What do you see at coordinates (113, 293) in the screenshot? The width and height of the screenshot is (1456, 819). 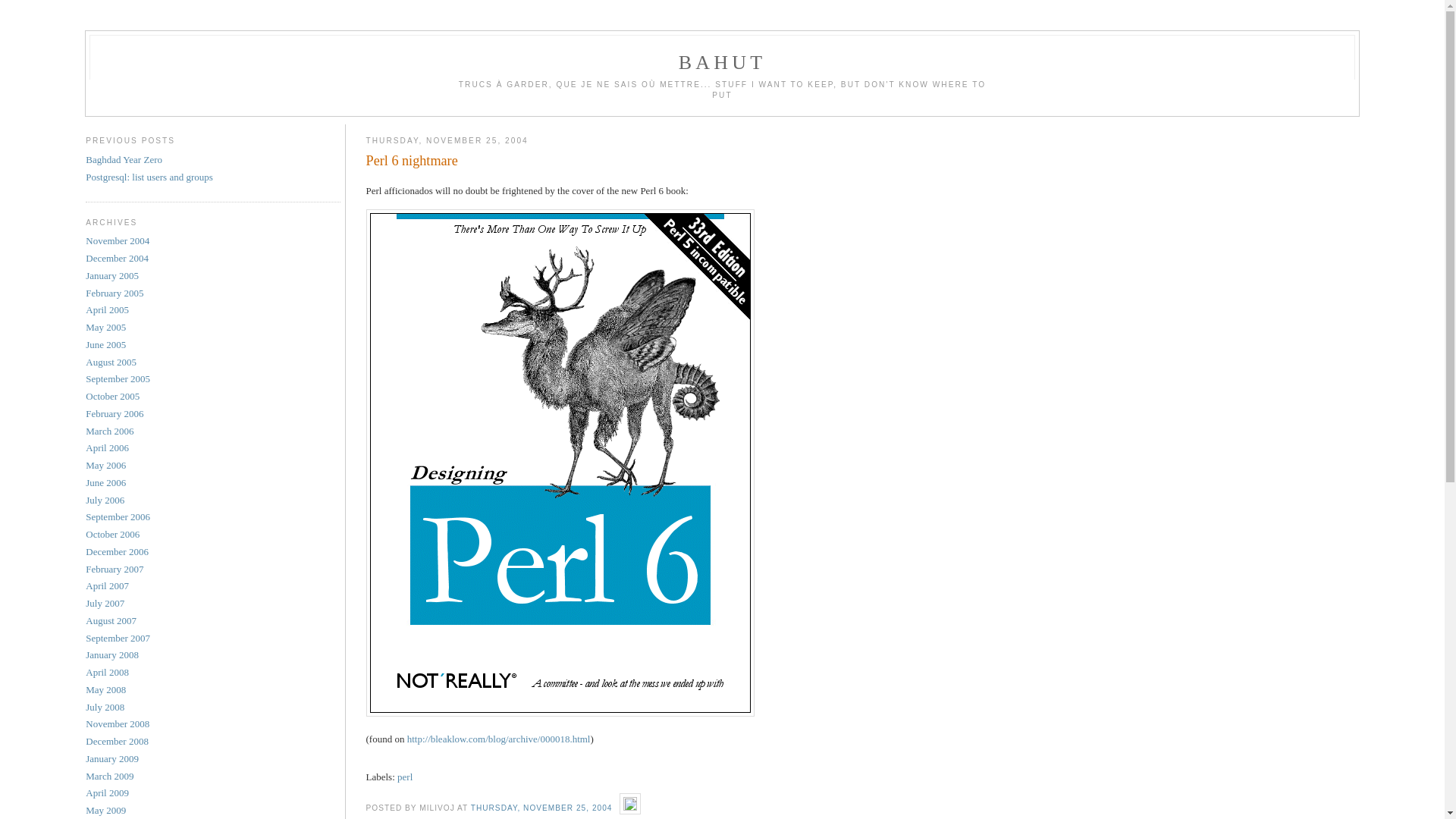 I see `'February 2005'` at bounding box center [113, 293].